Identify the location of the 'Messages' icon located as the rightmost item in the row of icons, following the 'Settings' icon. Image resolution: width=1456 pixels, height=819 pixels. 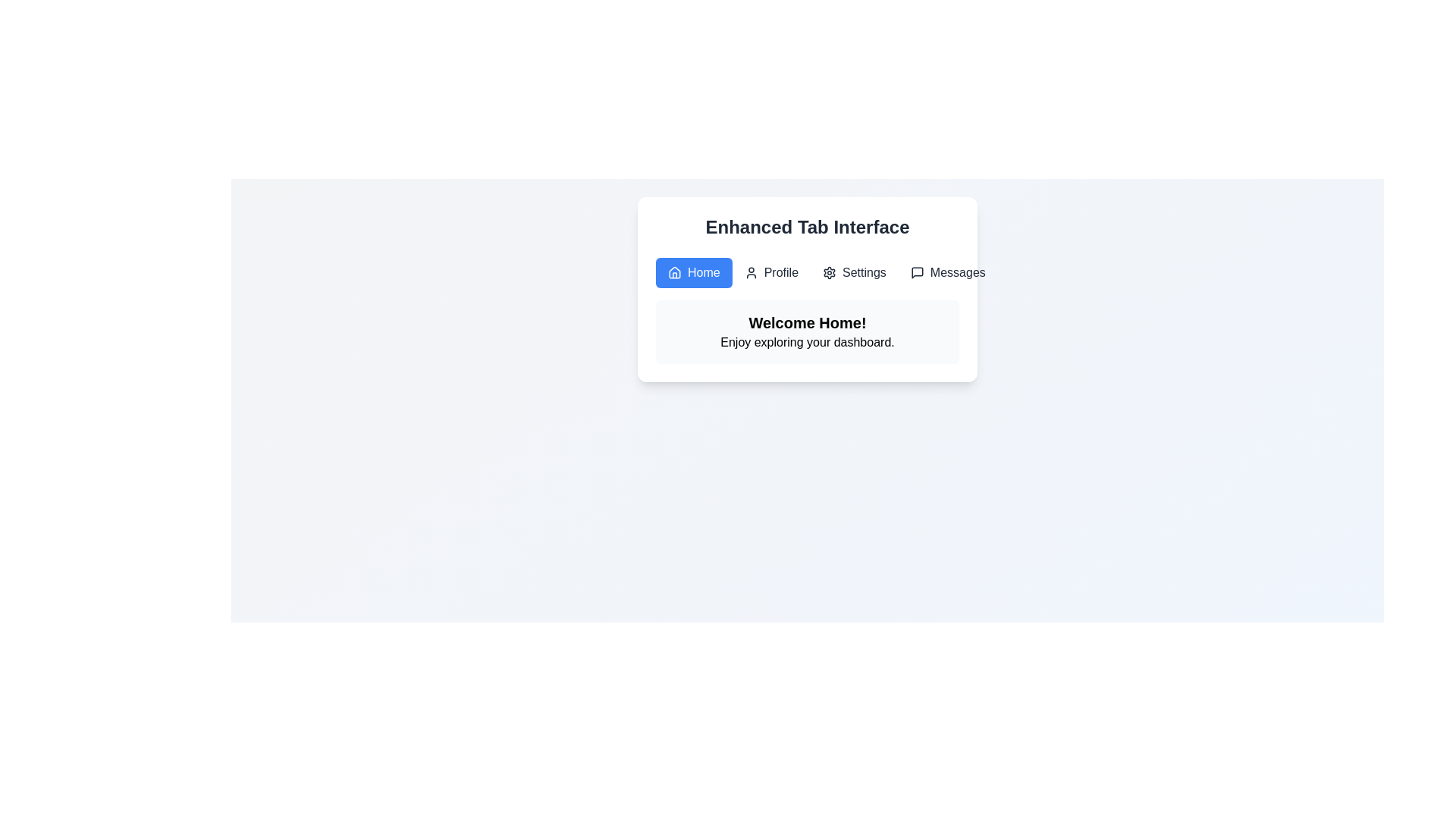
(916, 271).